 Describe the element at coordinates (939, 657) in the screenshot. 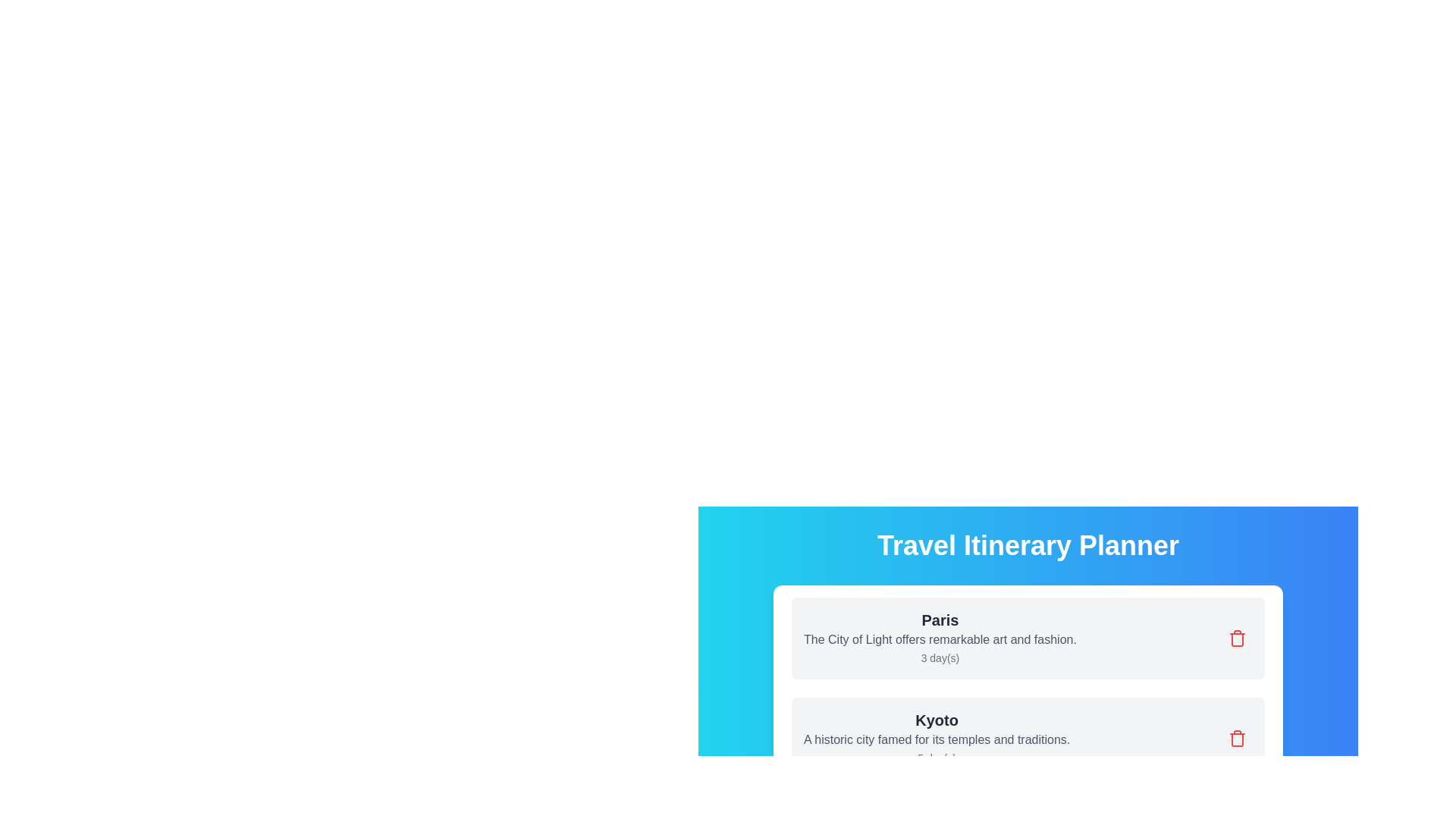

I see `the informational text label displaying the trip duration '3 day(s)' associated with the 'Paris' entry in the itinerary planner` at that location.